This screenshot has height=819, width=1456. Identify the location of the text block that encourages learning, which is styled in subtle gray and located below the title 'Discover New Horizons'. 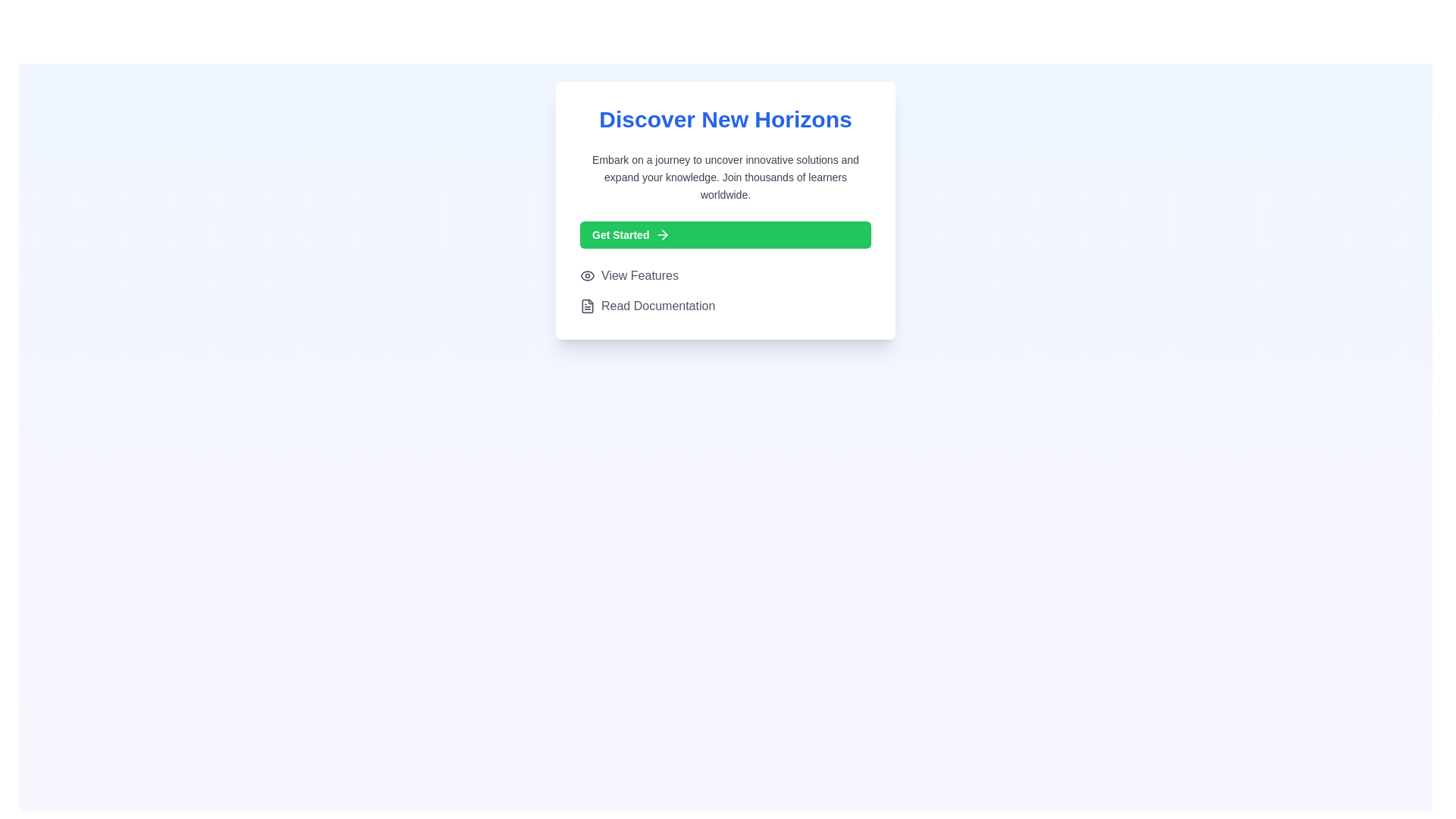
(724, 177).